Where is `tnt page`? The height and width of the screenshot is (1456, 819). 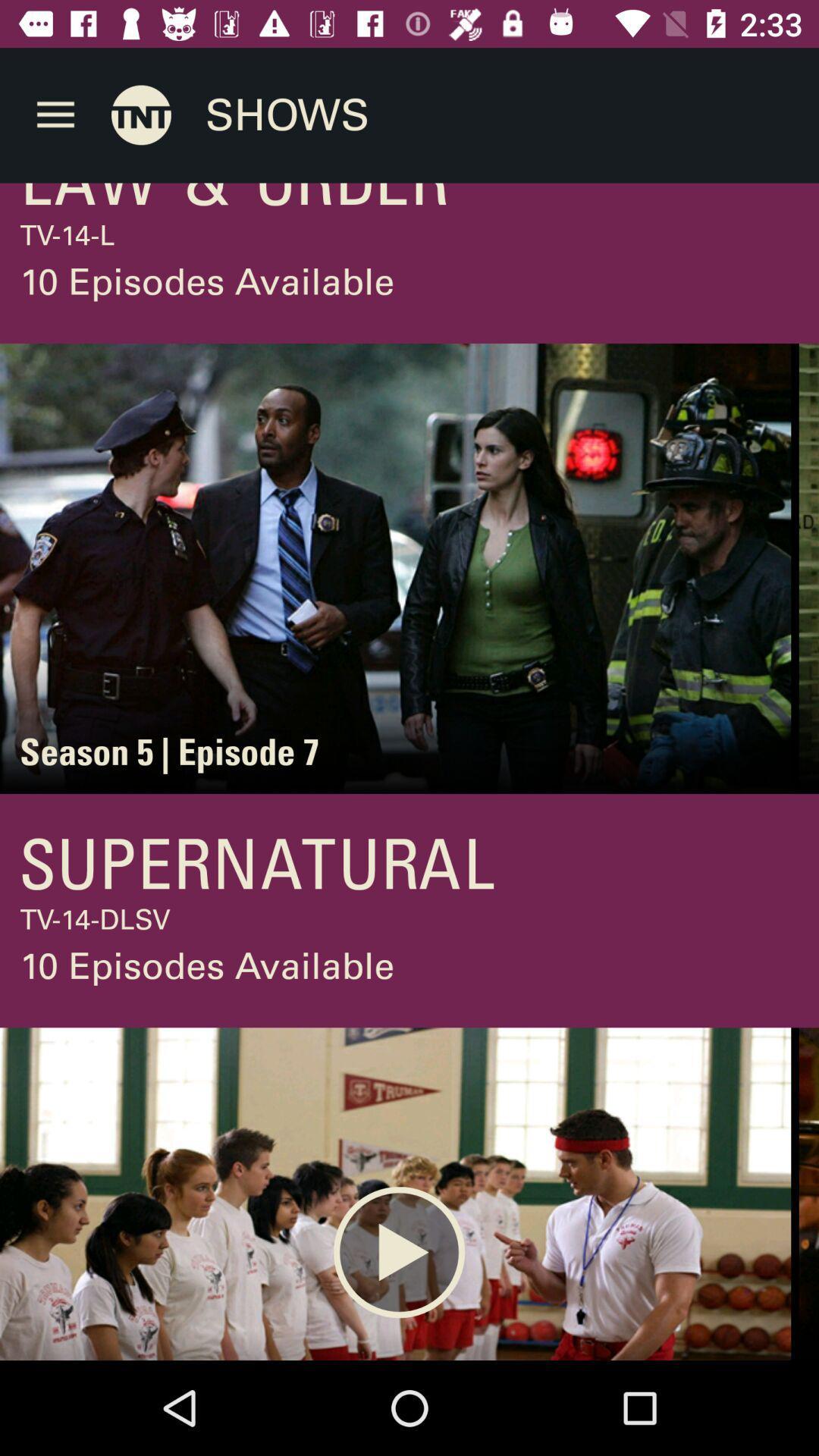
tnt page is located at coordinates (141, 114).